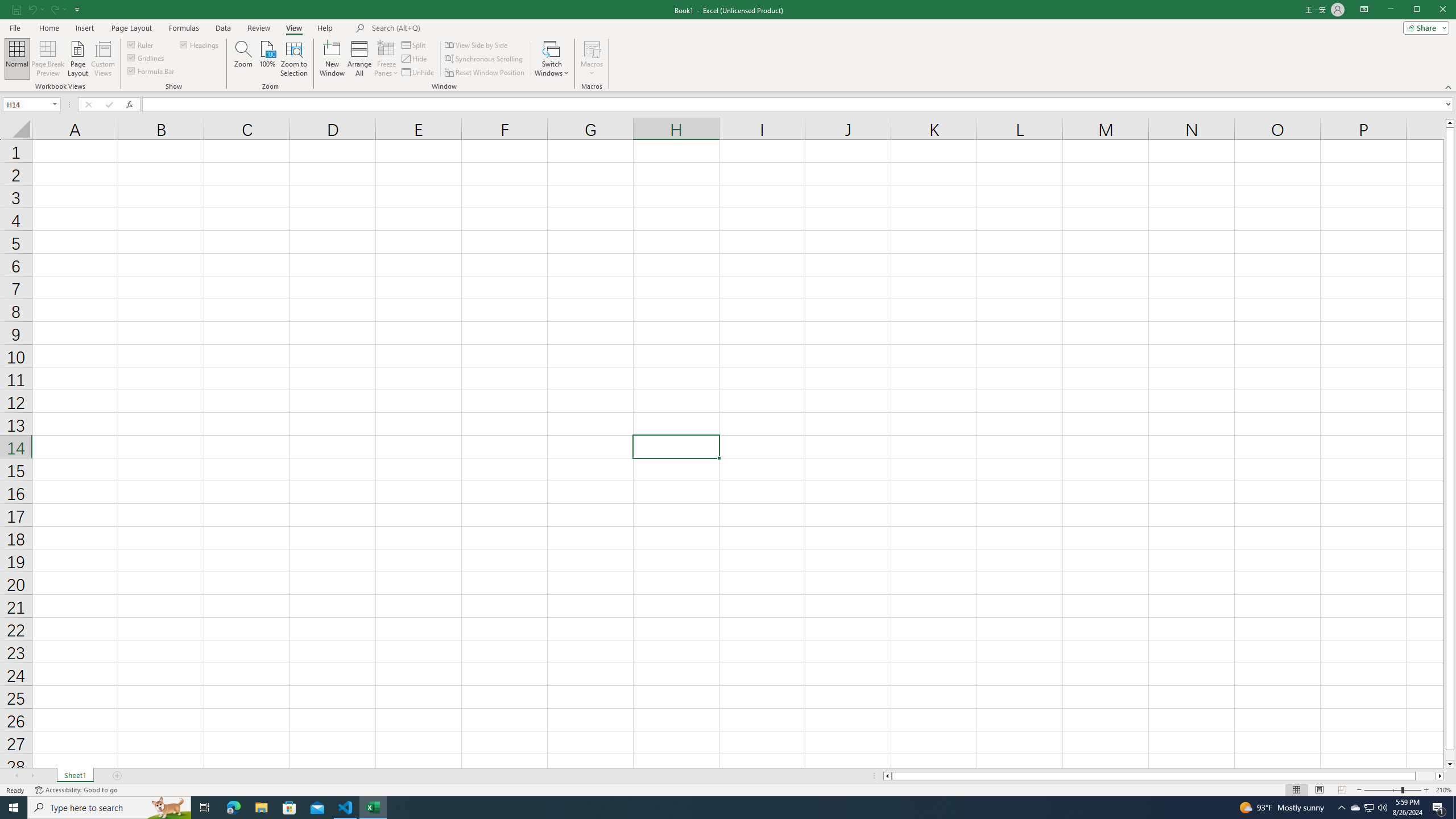  Describe the element at coordinates (591, 59) in the screenshot. I see `'Macros'` at that location.